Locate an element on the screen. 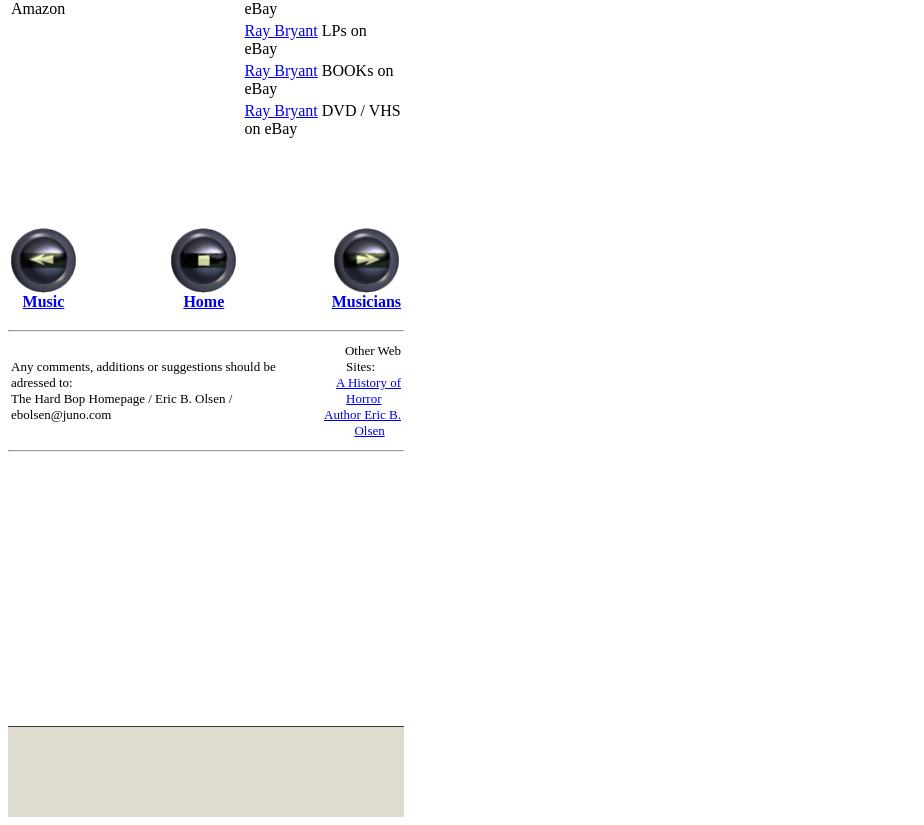 The image size is (924, 825). 'BOOKs on eBay' is located at coordinates (318, 77).